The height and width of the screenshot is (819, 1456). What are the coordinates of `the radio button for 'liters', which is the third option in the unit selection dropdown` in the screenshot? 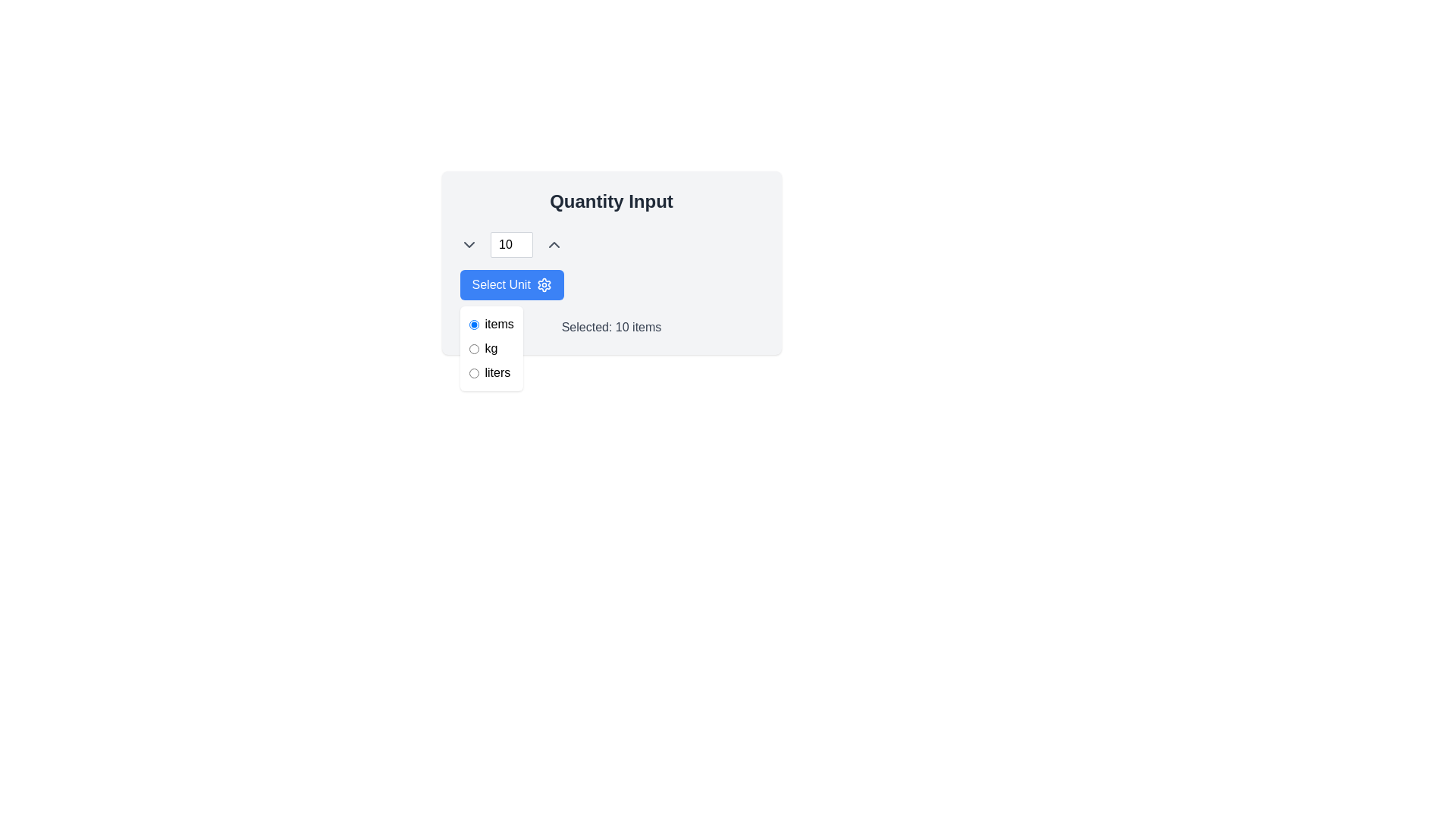 It's located at (472, 373).